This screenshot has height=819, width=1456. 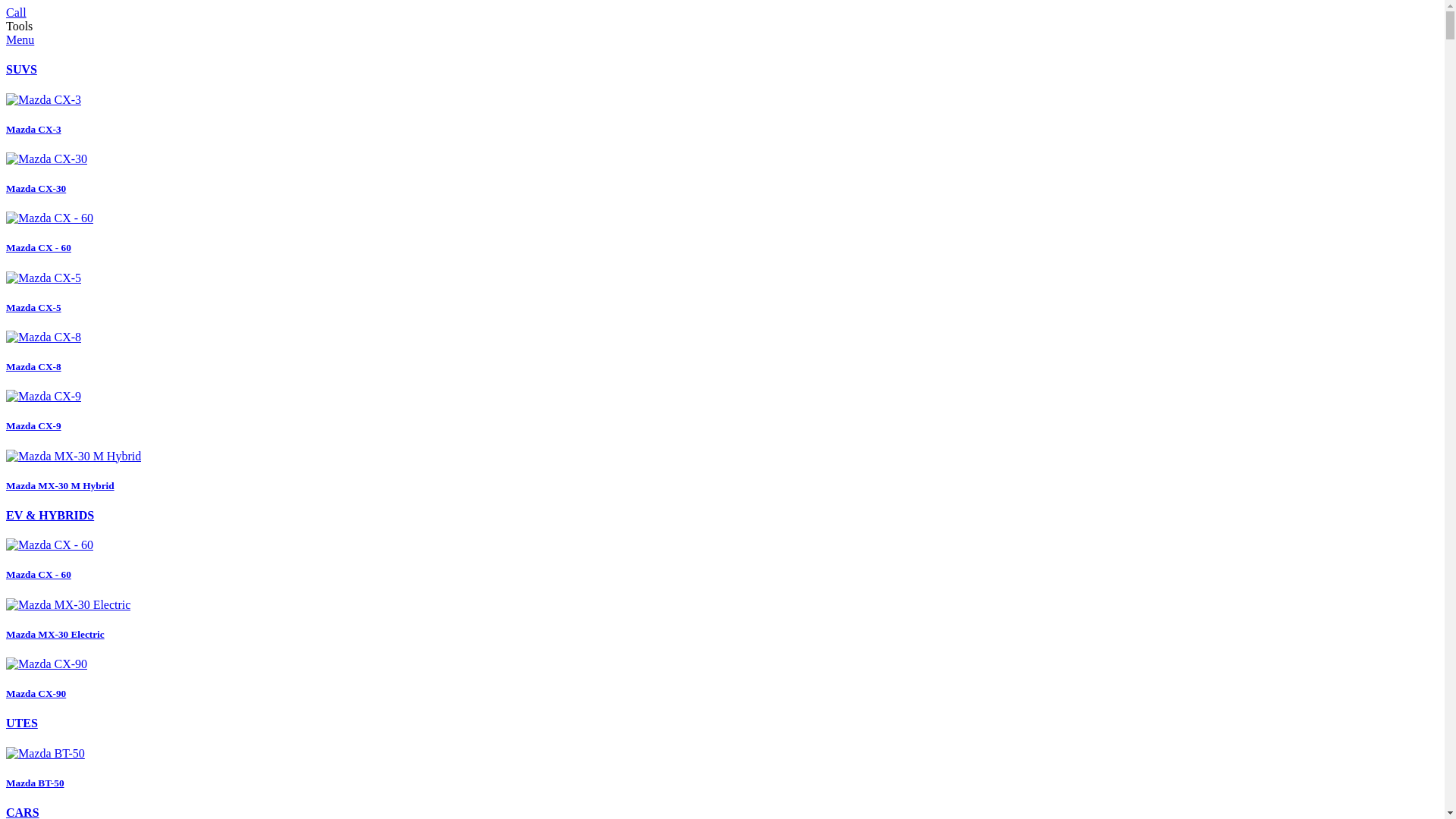 I want to click on 'Tools', so click(x=19, y=26).